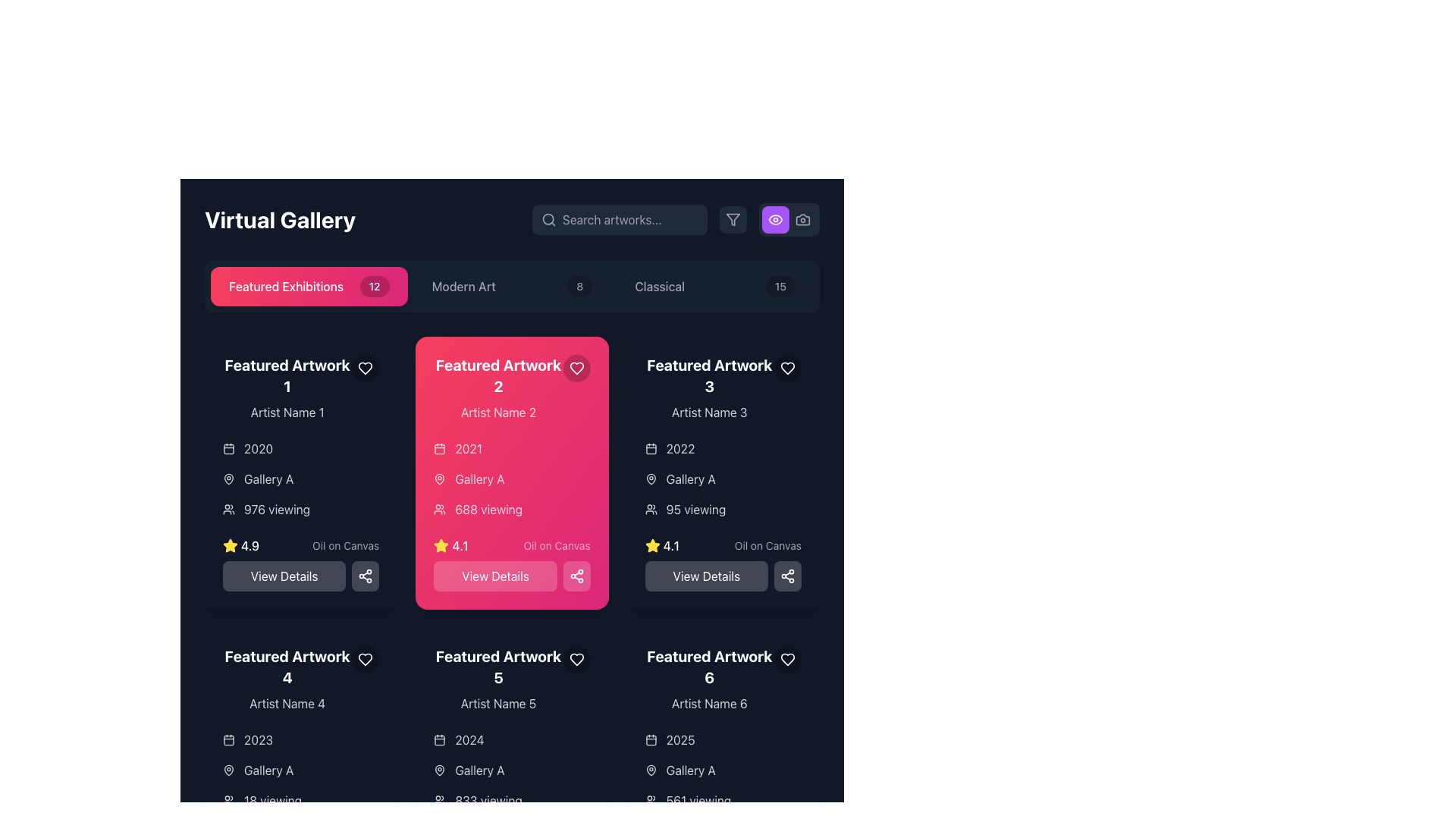 The image size is (1456, 819). What do you see at coordinates (548, 219) in the screenshot?
I see `the circular outline within the magnifying glass icon located near the top-right corner of the interface, adjacent to the 'Search artworks...' input field` at bounding box center [548, 219].